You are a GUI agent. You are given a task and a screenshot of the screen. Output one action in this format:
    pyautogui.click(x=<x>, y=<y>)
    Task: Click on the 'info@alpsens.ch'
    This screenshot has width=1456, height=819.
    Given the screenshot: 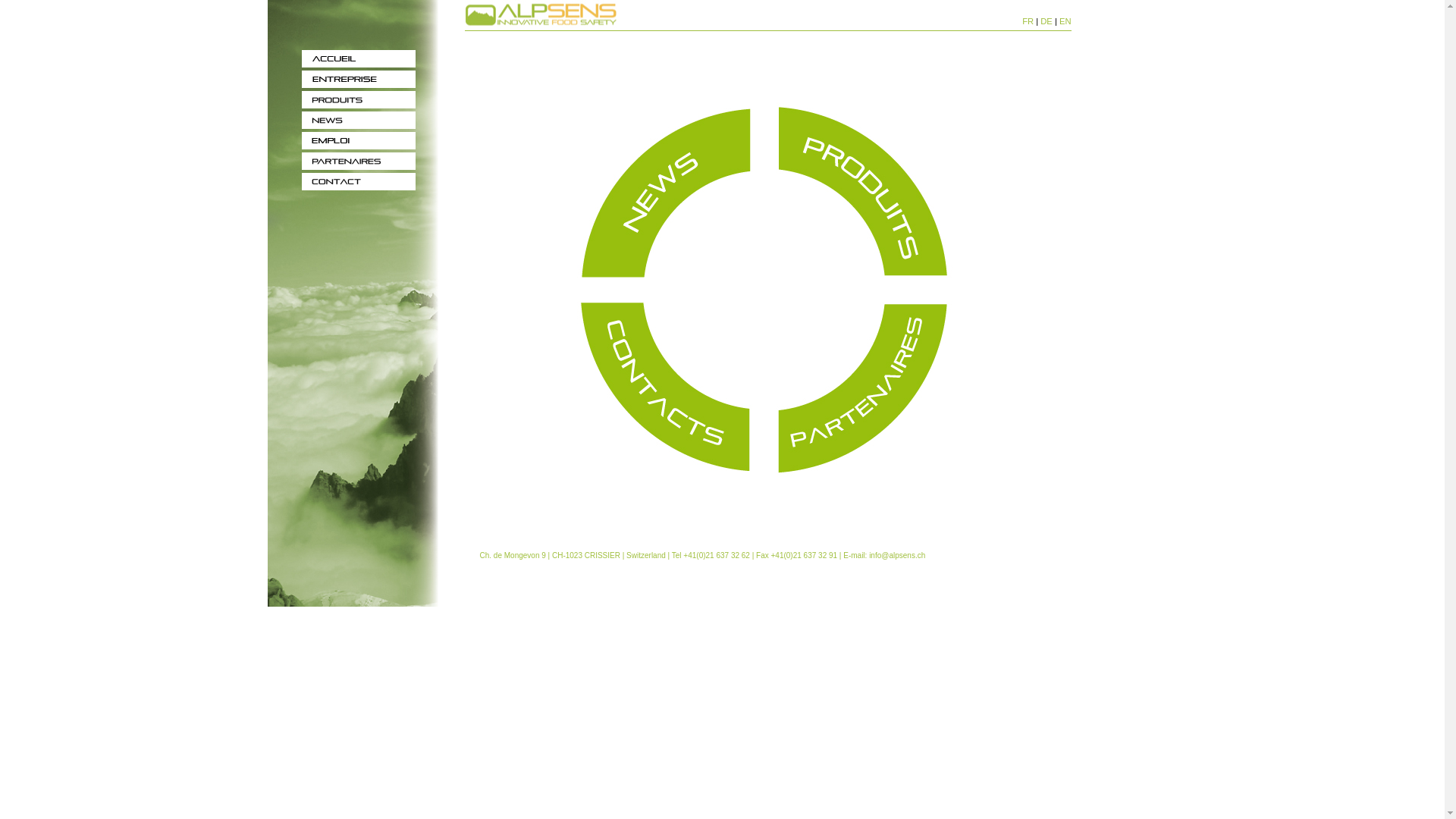 What is the action you would take?
    pyautogui.click(x=896, y=555)
    